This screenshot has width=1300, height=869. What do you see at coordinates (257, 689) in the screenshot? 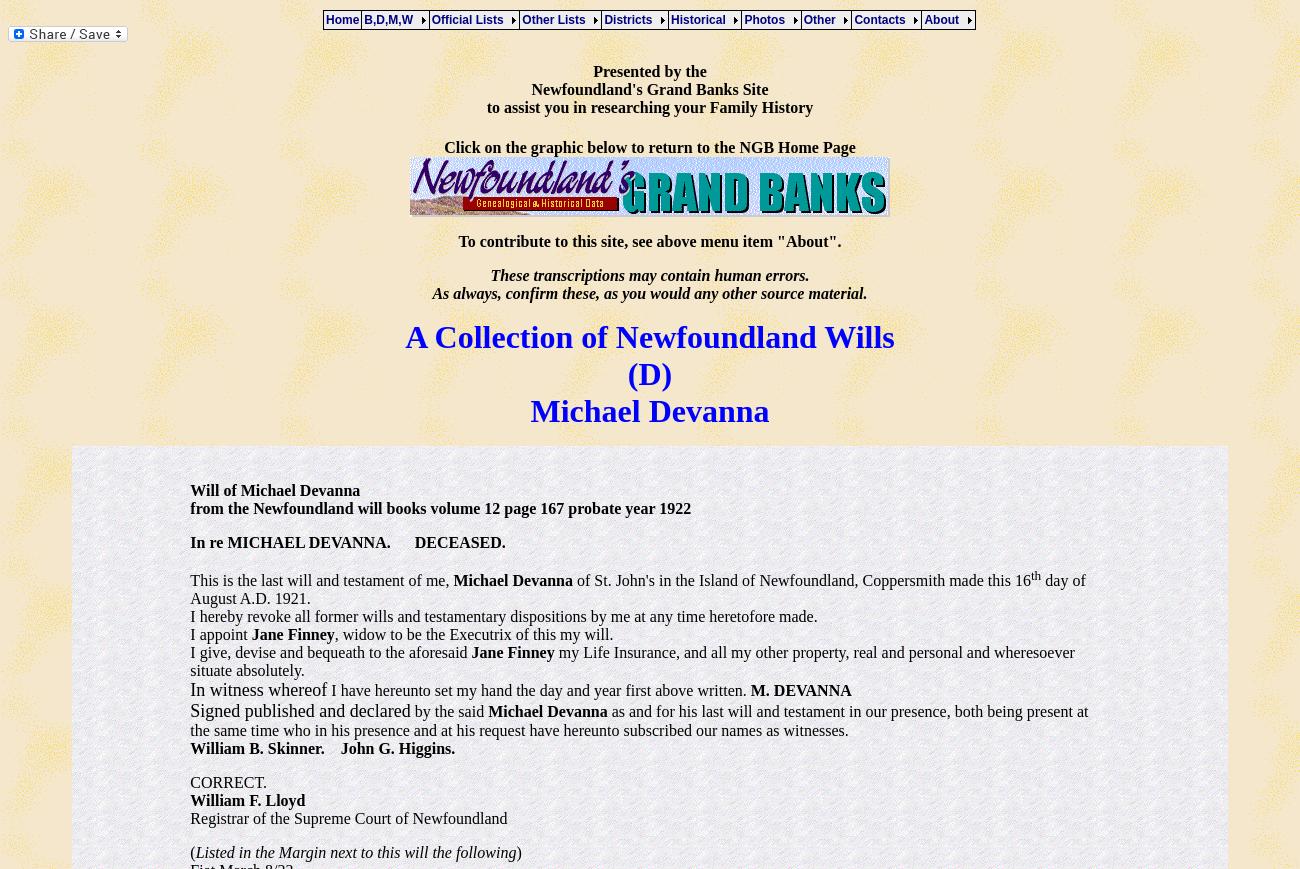
I see `'In witness whereof'` at bounding box center [257, 689].